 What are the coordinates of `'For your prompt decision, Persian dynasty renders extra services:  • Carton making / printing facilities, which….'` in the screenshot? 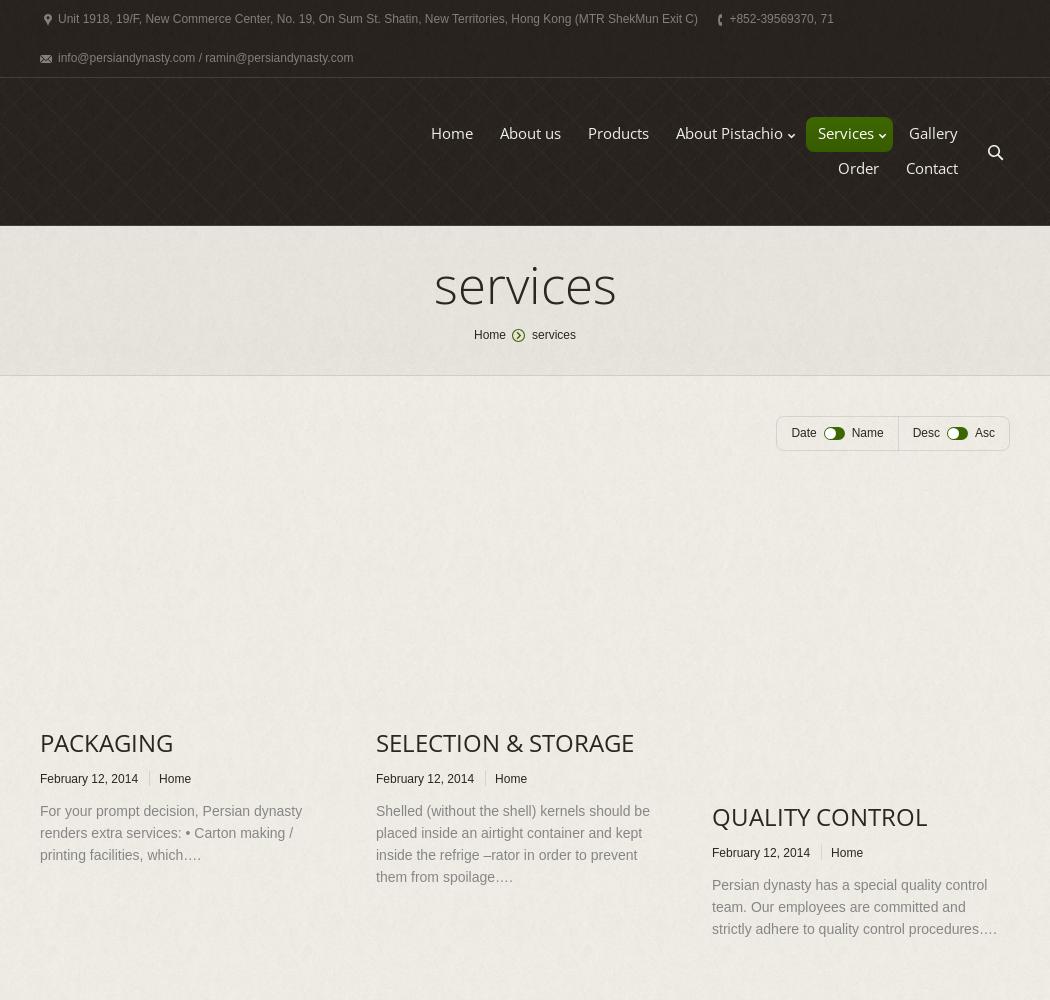 It's located at (171, 832).